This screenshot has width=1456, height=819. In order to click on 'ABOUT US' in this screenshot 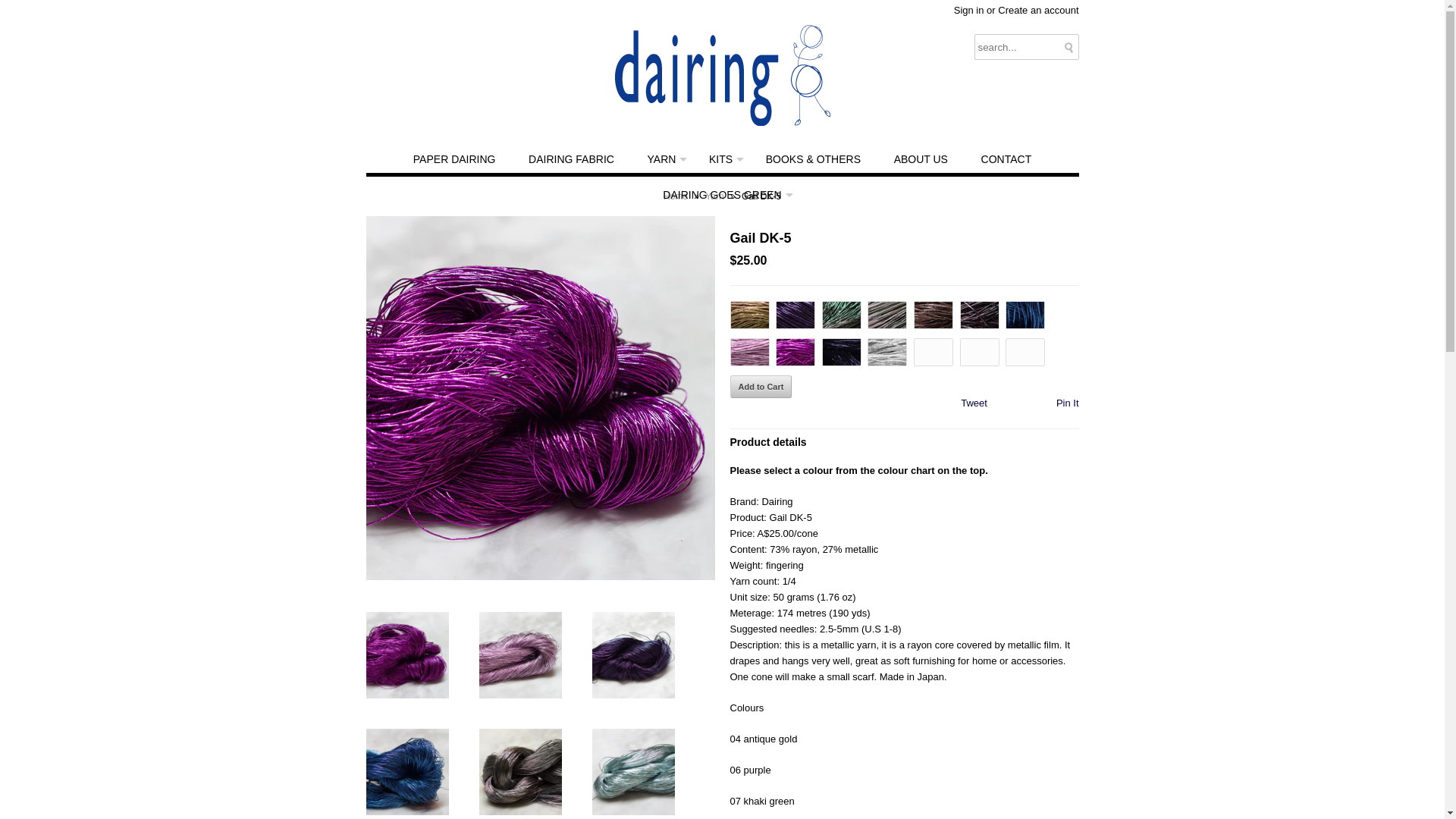, I will do `click(920, 159)`.